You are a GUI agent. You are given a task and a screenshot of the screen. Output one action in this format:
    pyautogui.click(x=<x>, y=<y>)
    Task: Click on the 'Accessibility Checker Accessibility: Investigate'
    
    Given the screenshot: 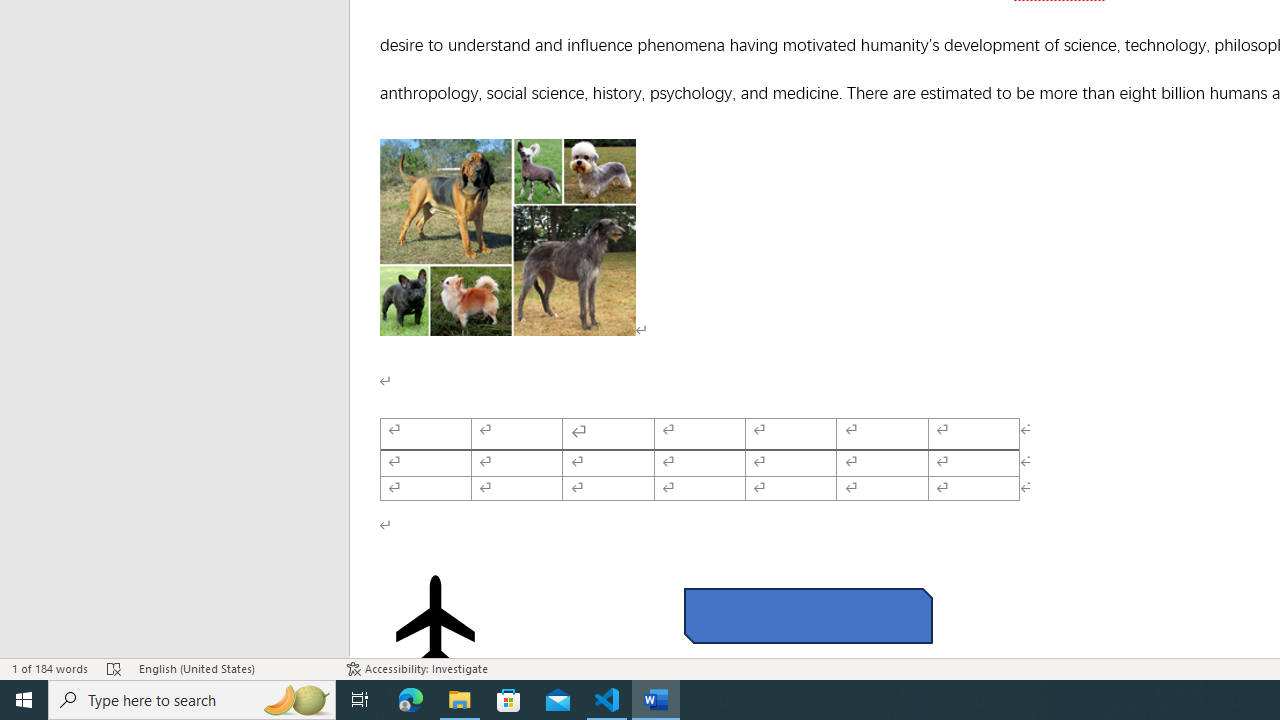 What is the action you would take?
    pyautogui.click(x=416, y=669)
    